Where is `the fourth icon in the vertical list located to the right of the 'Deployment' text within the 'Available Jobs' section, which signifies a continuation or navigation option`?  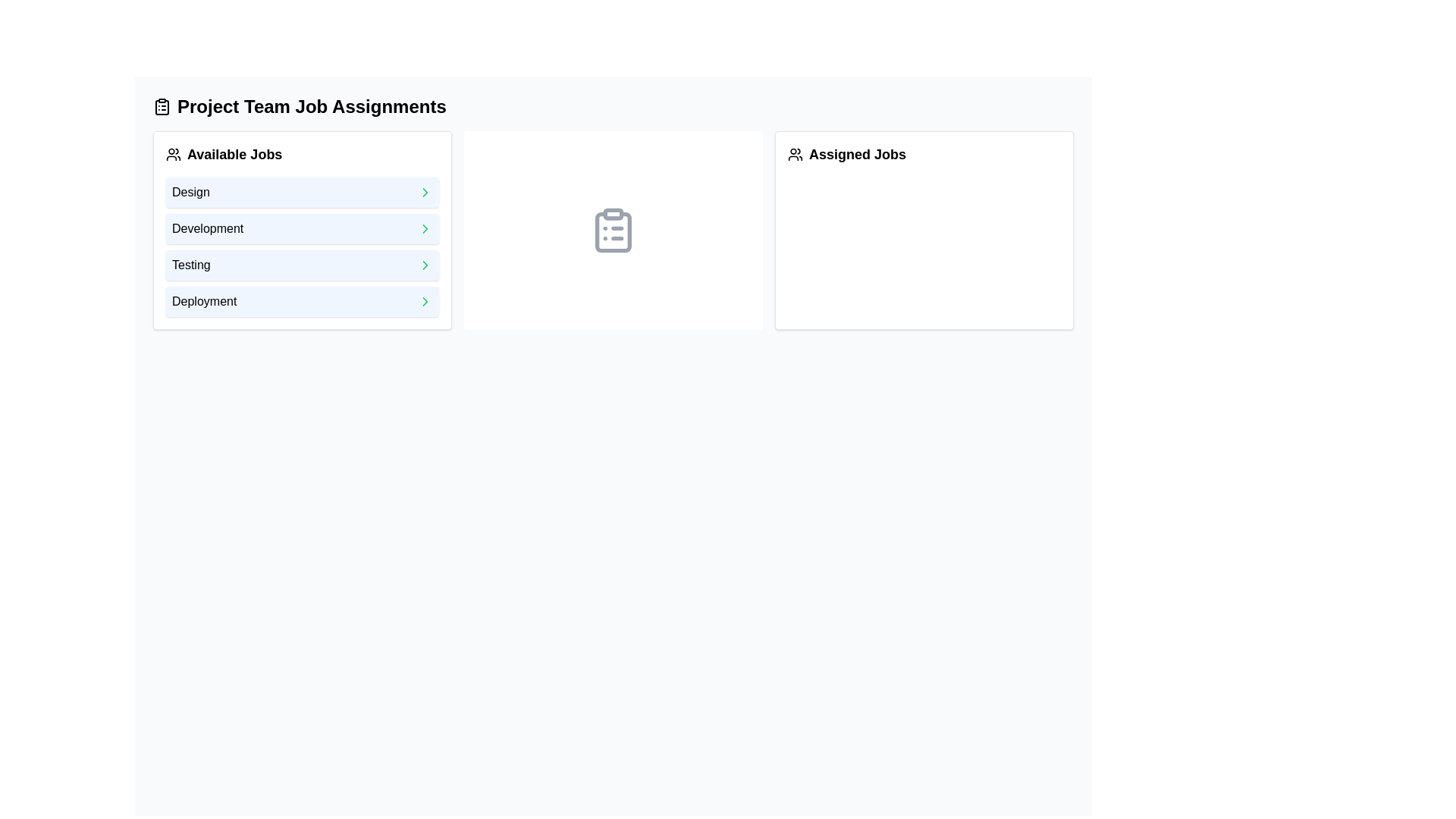
the fourth icon in the vertical list located to the right of the 'Deployment' text within the 'Available Jobs' section, which signifies a continuation or navigation option is located at coordinates (425, 301).